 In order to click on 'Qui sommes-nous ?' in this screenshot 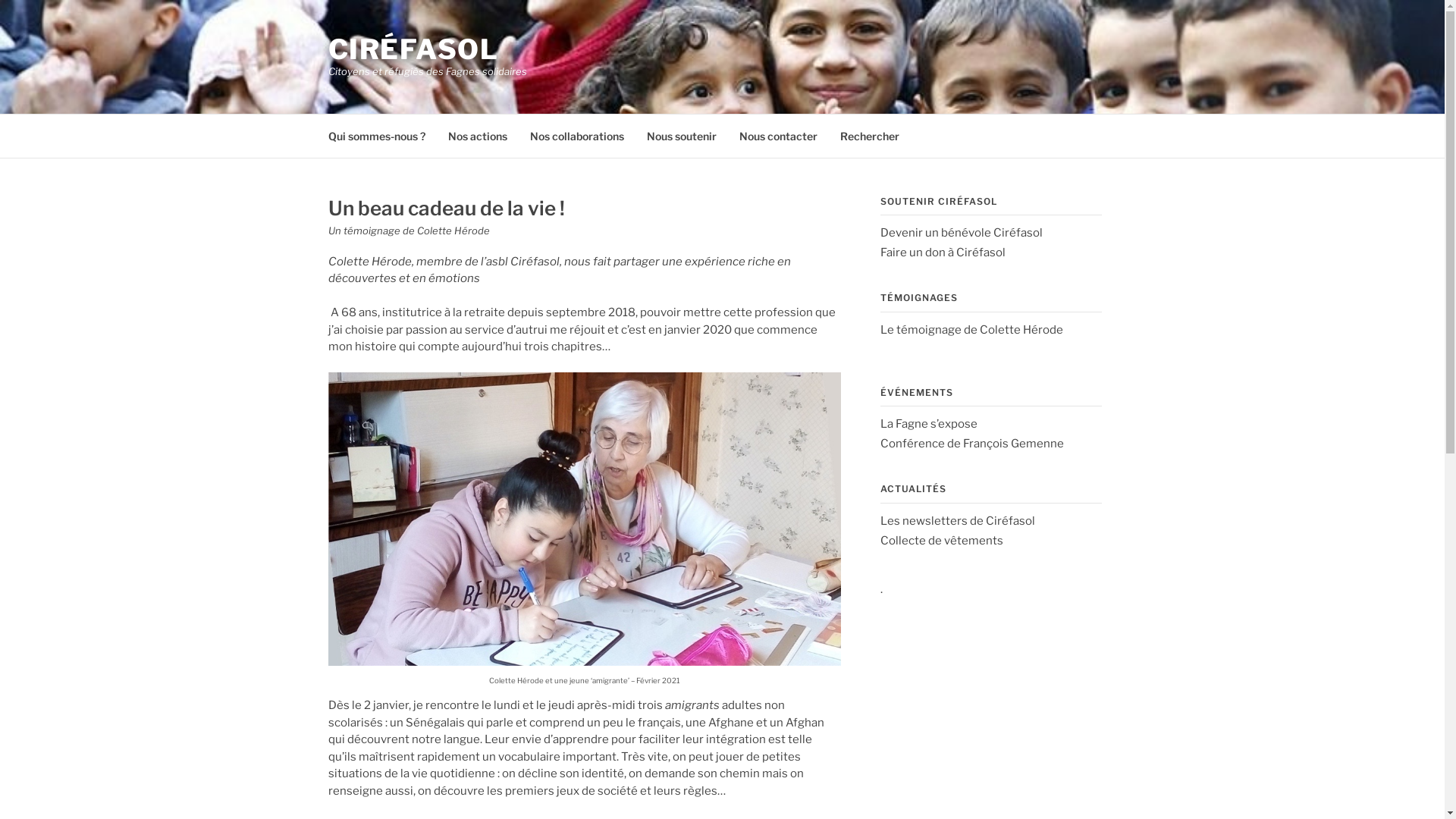, I will do `click(375, 134)`.